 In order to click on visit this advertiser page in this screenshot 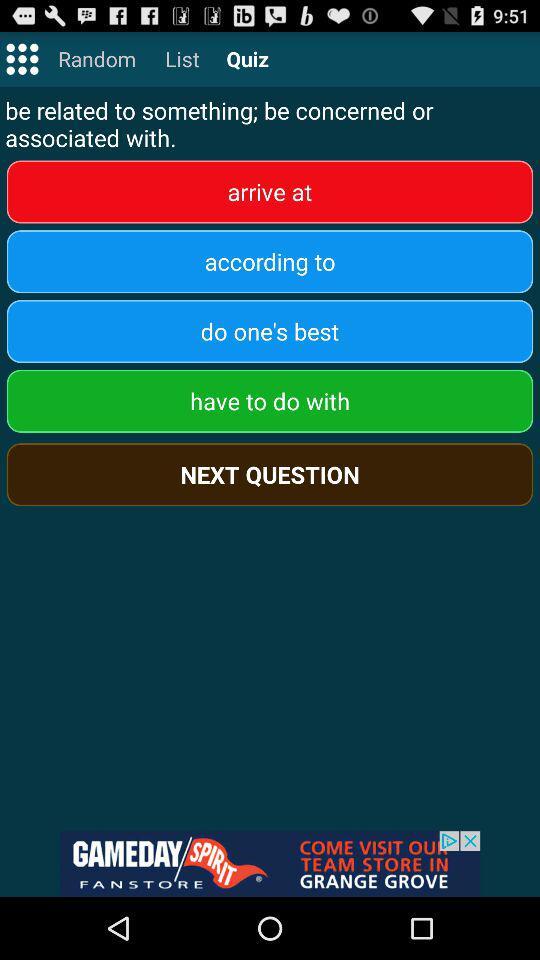, I will do `click(270, 863)`.